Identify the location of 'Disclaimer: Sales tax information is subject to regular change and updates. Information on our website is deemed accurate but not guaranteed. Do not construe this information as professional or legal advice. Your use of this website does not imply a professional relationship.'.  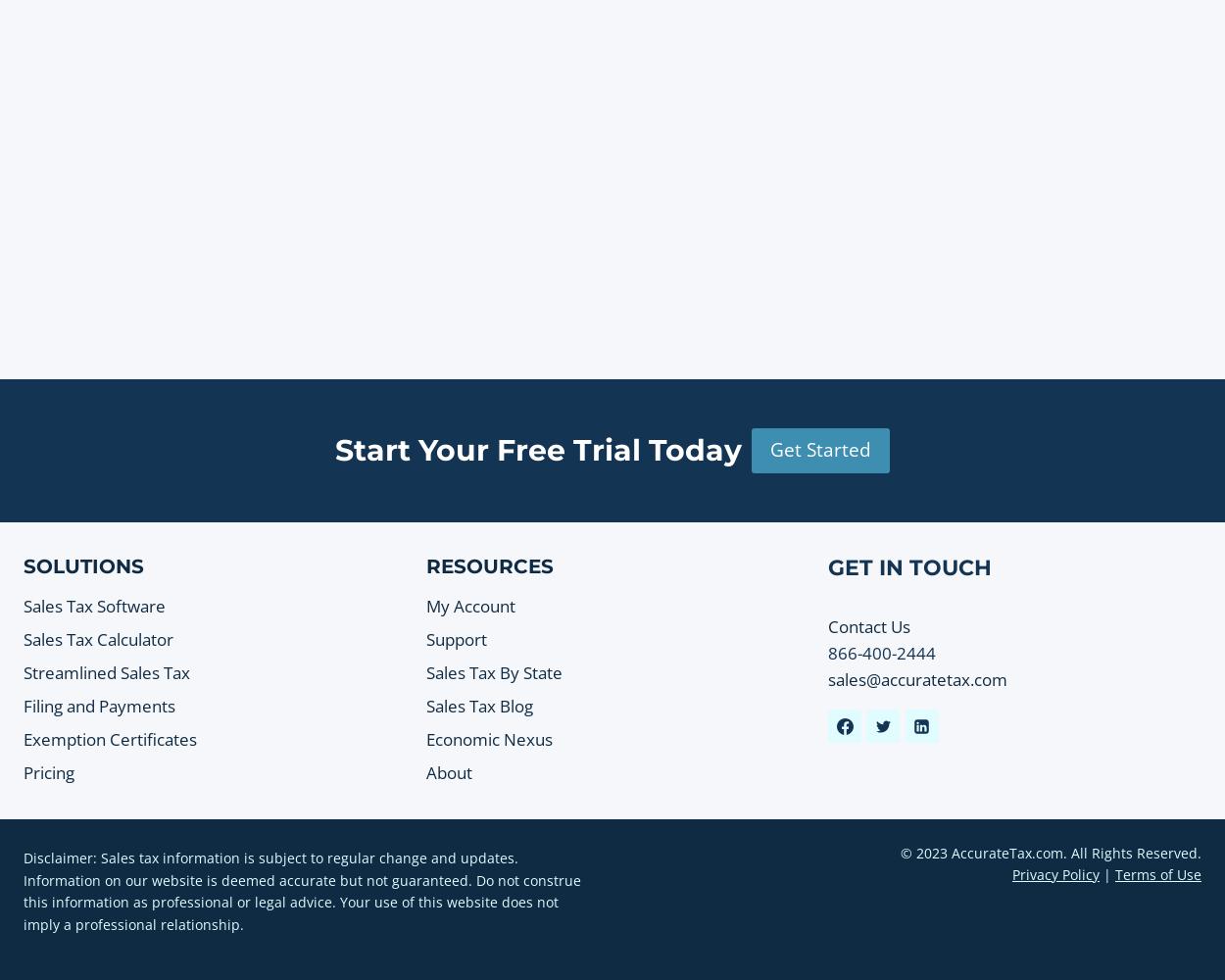
(302, 891).